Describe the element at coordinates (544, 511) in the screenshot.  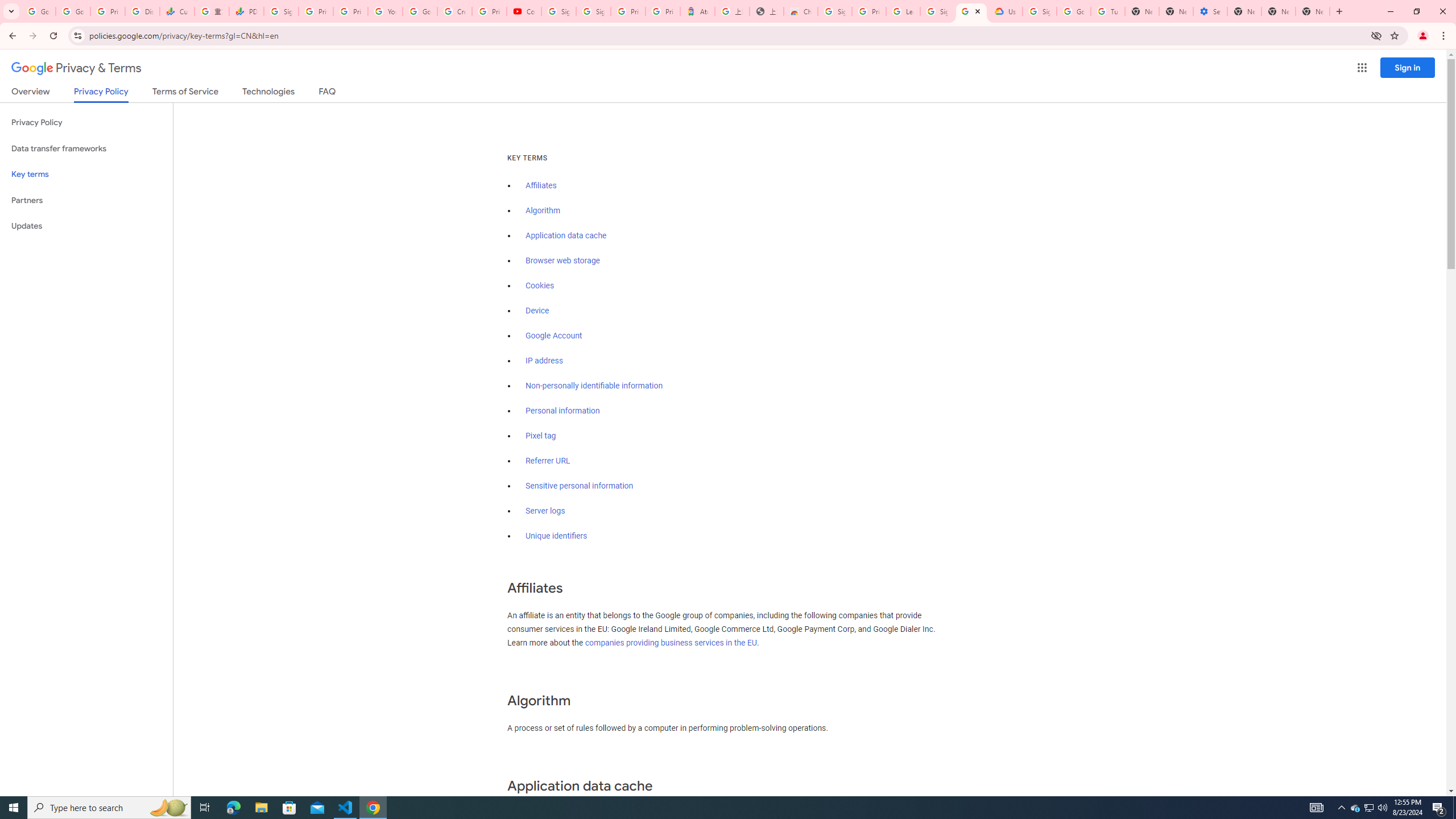
I see `'Server logs'` at that location.